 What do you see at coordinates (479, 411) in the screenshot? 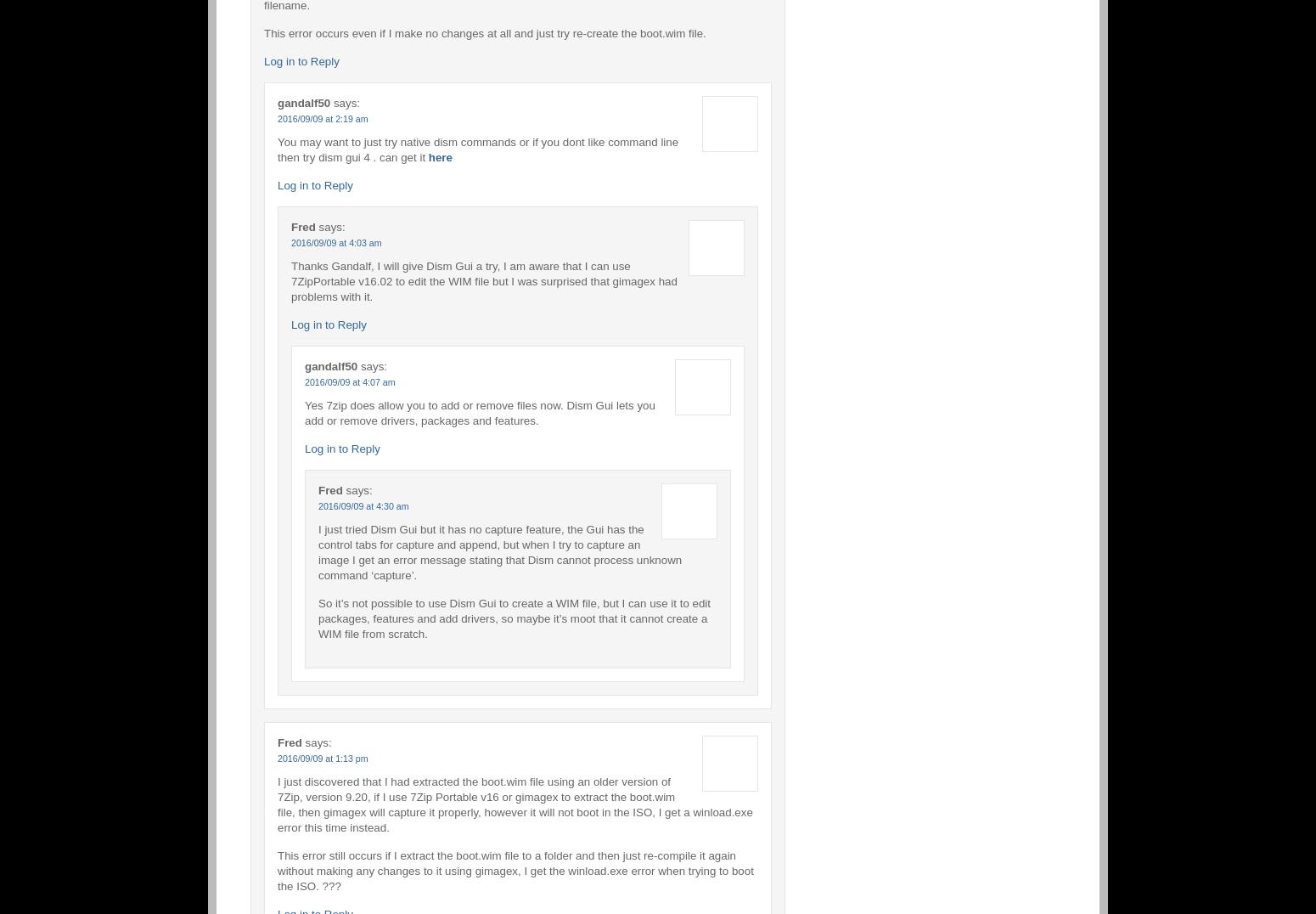
I see `'Yes 7zip does allow you to add or remove files now. Dism Gui  lets you add or remove drivers, packages and features.'` at bounding box center [479, 411].